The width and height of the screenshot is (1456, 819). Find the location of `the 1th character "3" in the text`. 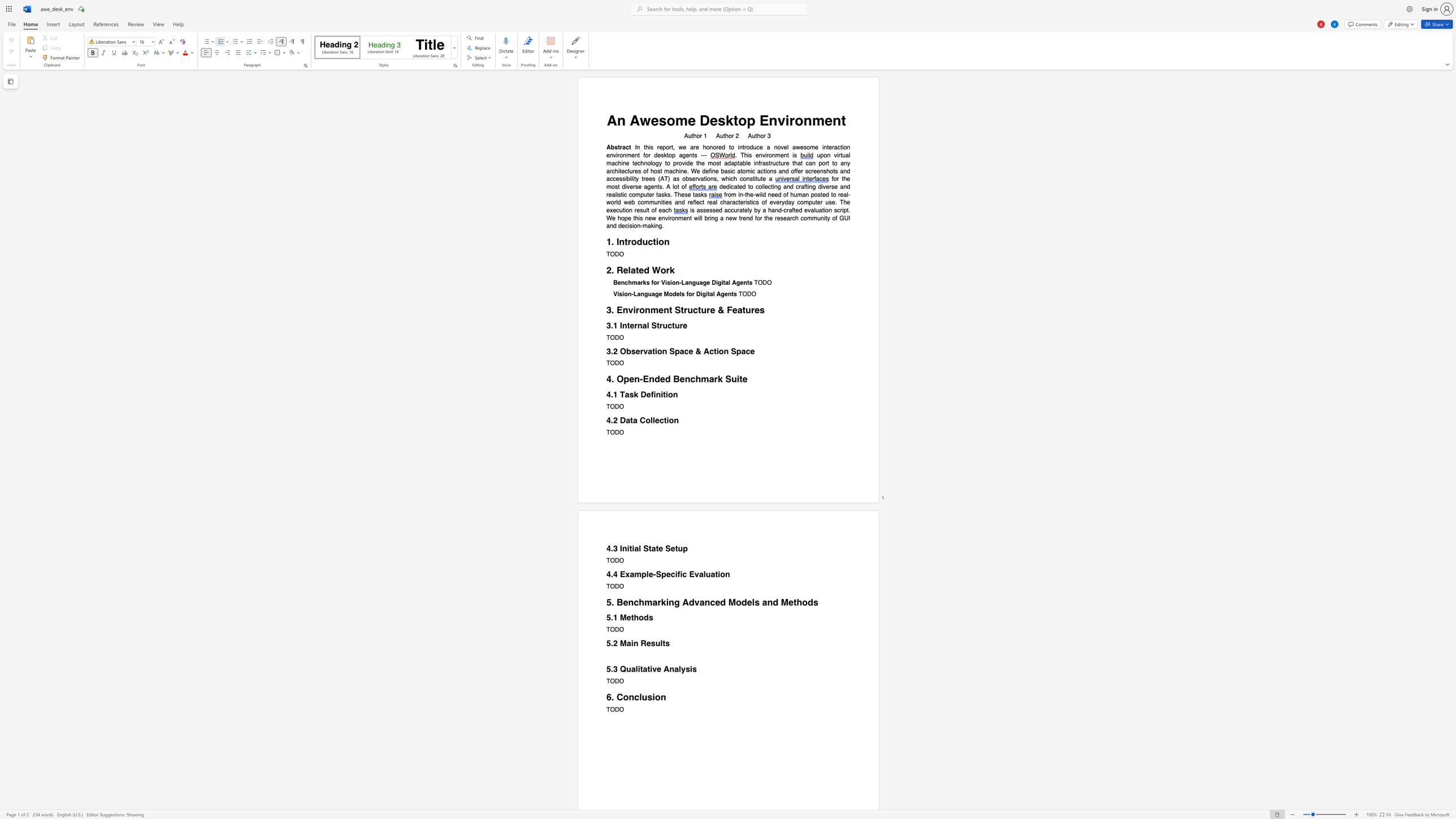

the 1th character "3" in the text is located at coordinates (615, 669).